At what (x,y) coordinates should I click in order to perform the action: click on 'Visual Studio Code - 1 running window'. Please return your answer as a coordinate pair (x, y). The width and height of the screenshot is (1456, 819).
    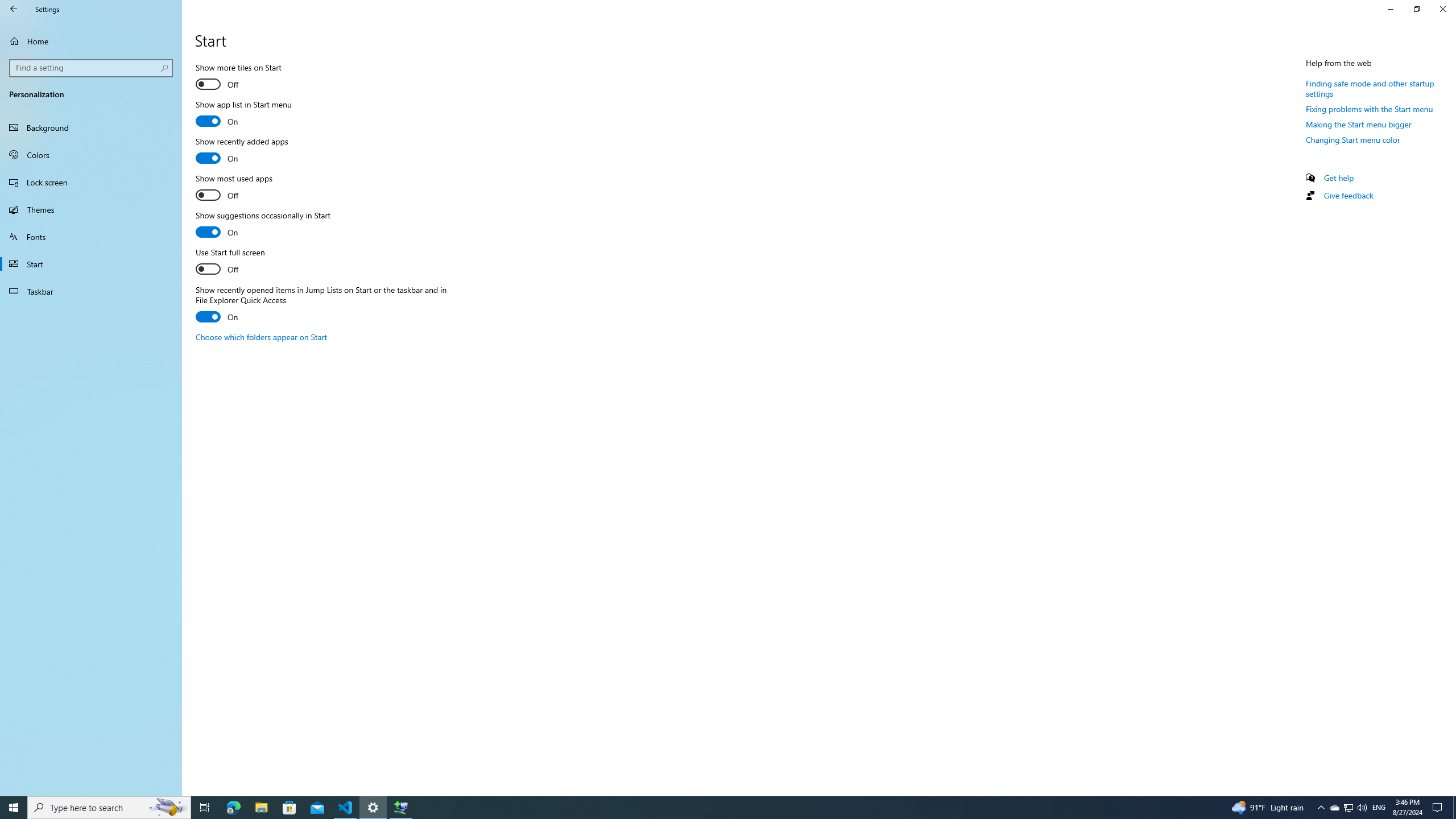
    Looking at the image, I should click on (345, 806).